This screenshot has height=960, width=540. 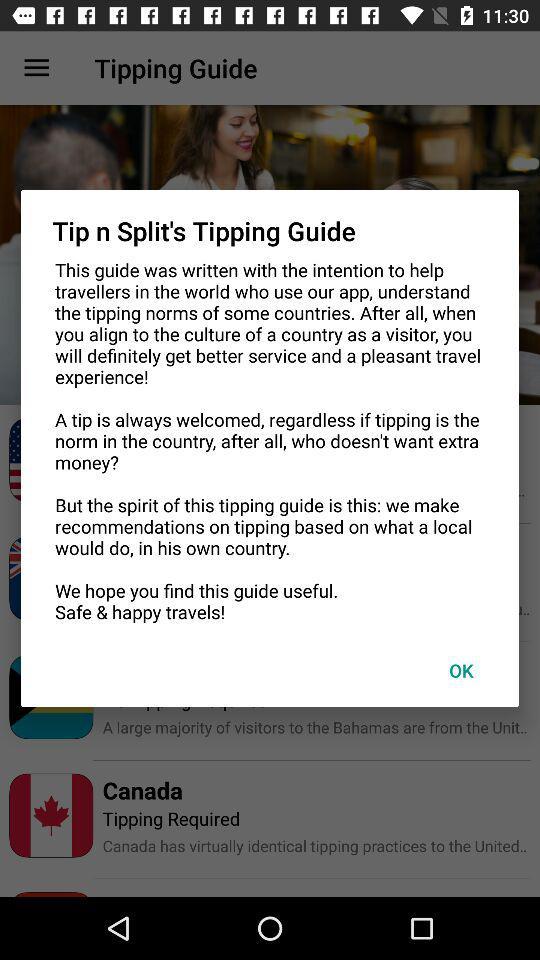 I want to click on ok item, so click(x=461, y=670).